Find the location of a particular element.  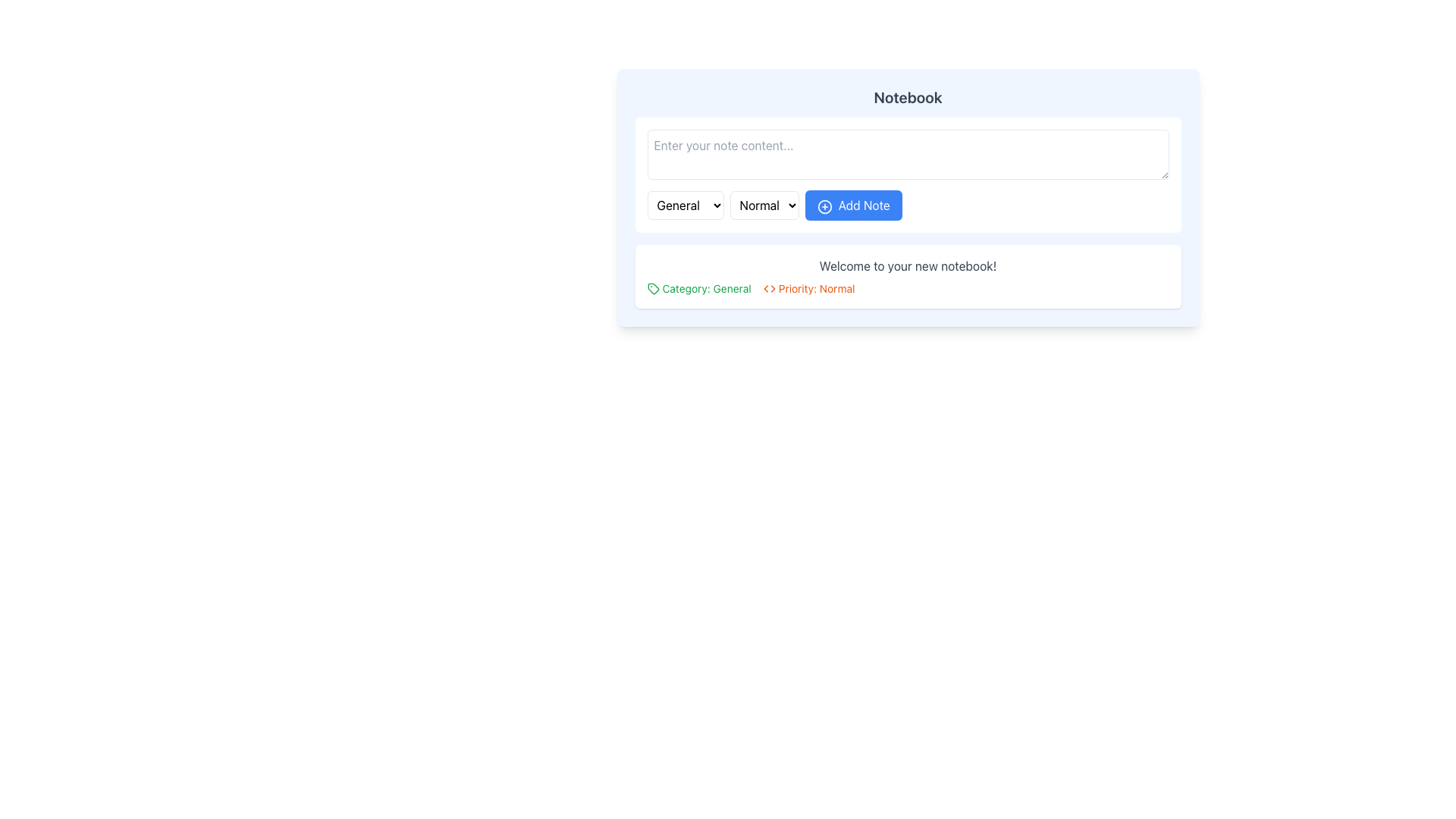

the Text Display containing the message 'Welcome to your new notebook!' along with the labels 'Category: General' and 'Priority: Normal' is located at coordinates (908, 277).